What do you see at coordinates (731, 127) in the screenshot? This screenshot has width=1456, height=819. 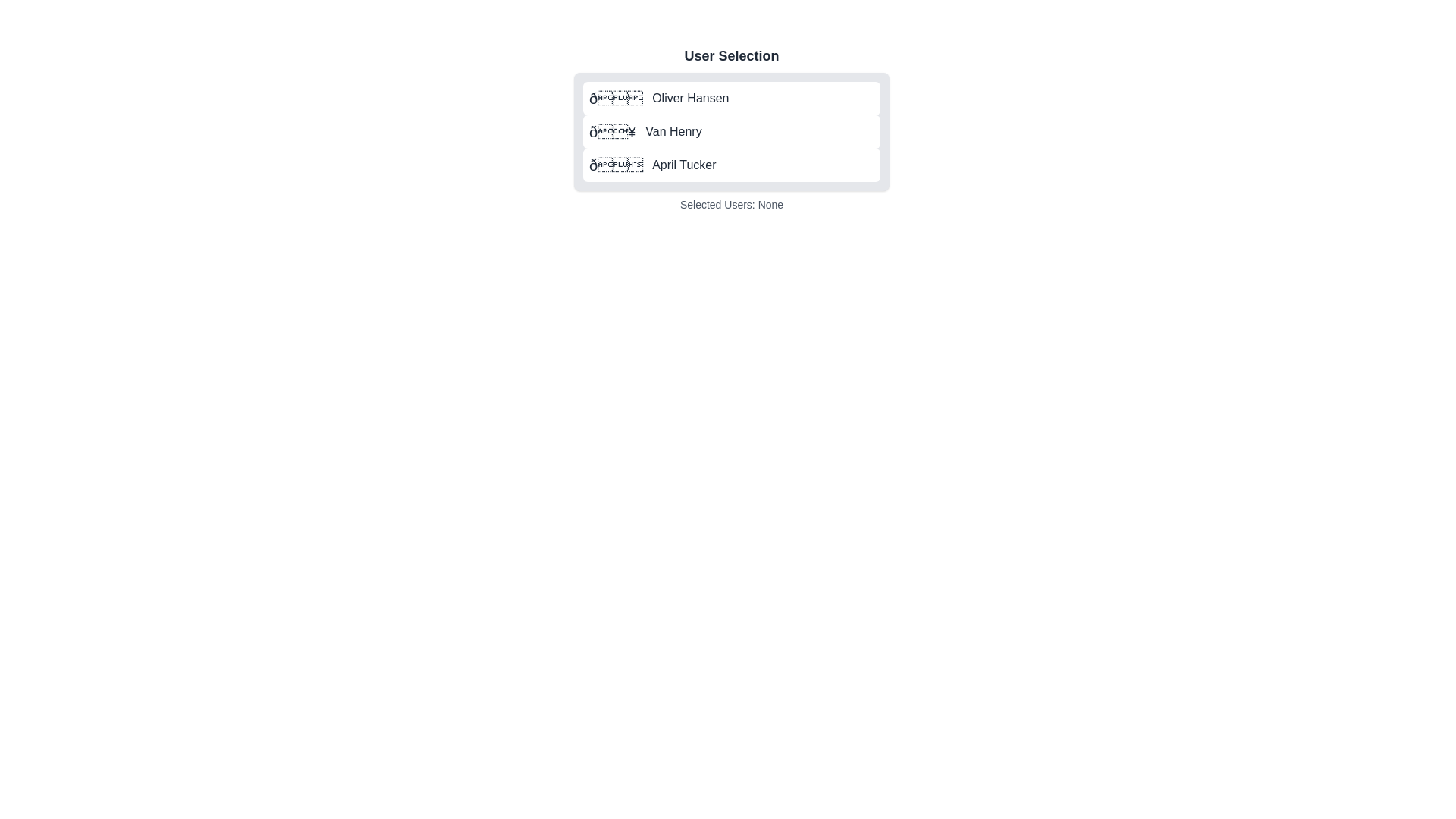 I see `the Interactive List Item representing user 'Van Henry' in the selection list` at bounding box center [731, 127].